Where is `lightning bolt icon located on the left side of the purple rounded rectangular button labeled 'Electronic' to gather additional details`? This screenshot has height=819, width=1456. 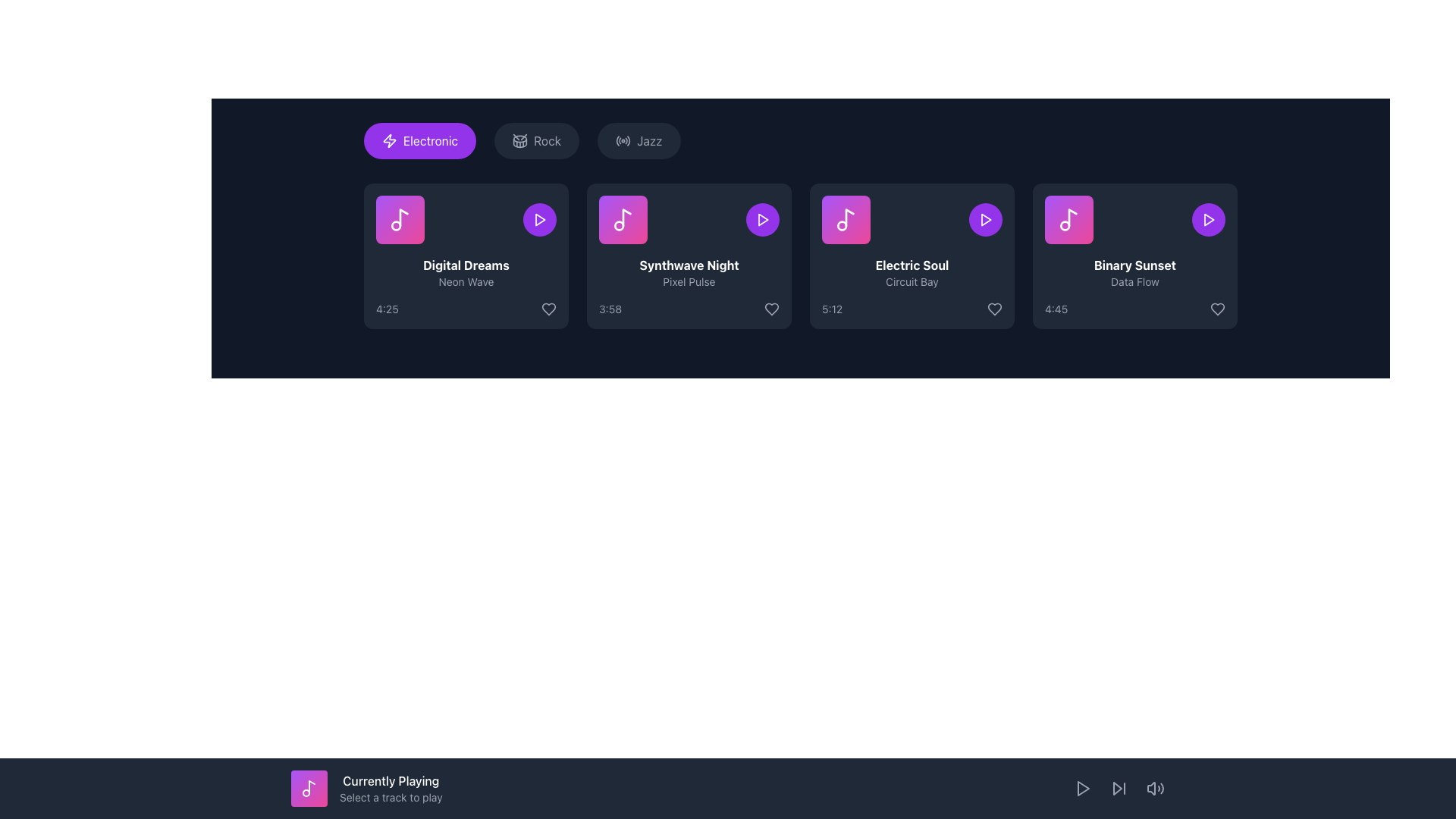 lightning bolt icon located on the left side of the purple rounded rectangular button labeled 'Electronic' to gather additional details is located at coordinates (389, 140).